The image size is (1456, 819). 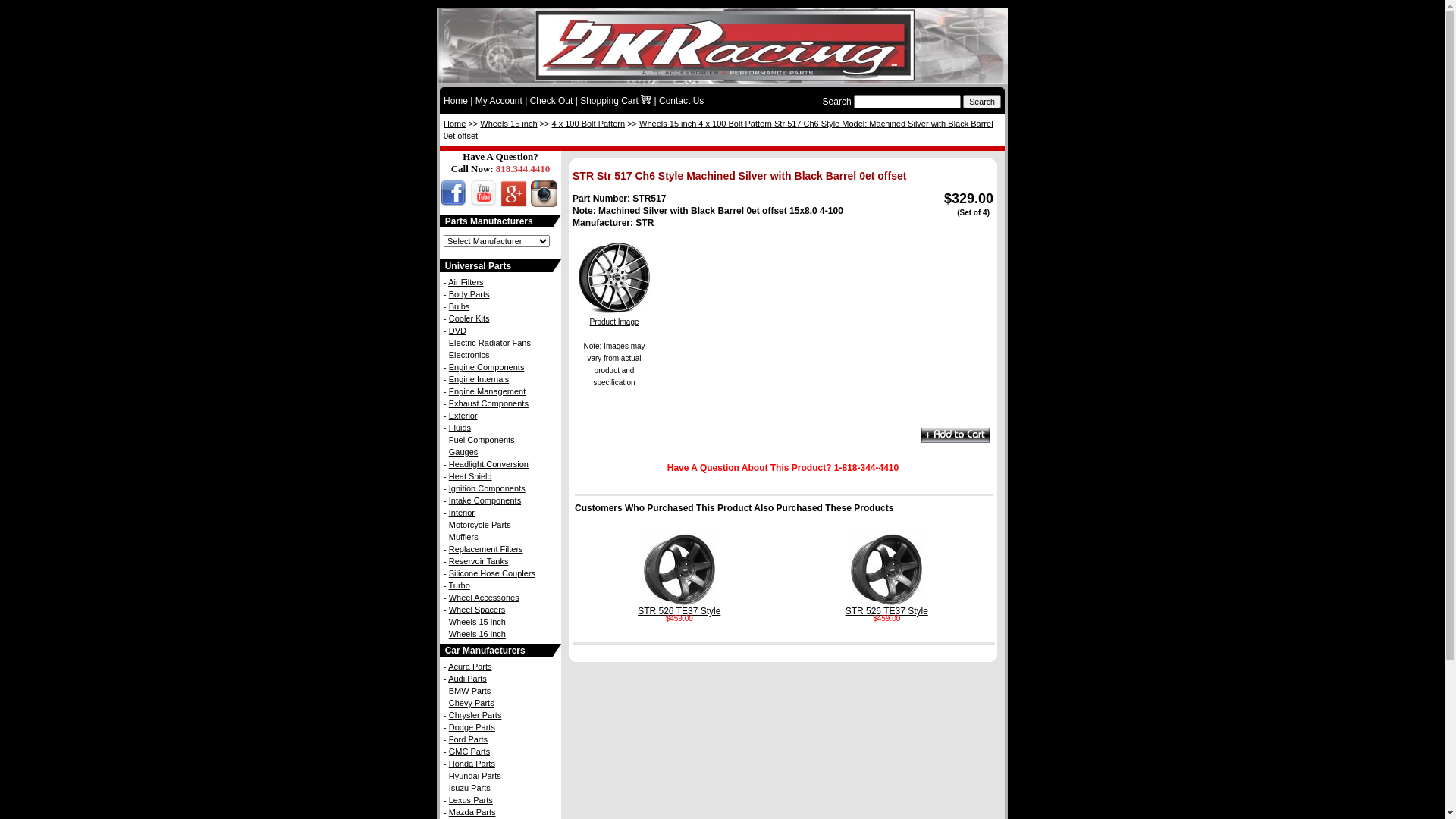 What do you see at coordinates (491, 573) in the screenshot?
I see `'Silicone Hose Couplers'` at bounding box center [491, 573].